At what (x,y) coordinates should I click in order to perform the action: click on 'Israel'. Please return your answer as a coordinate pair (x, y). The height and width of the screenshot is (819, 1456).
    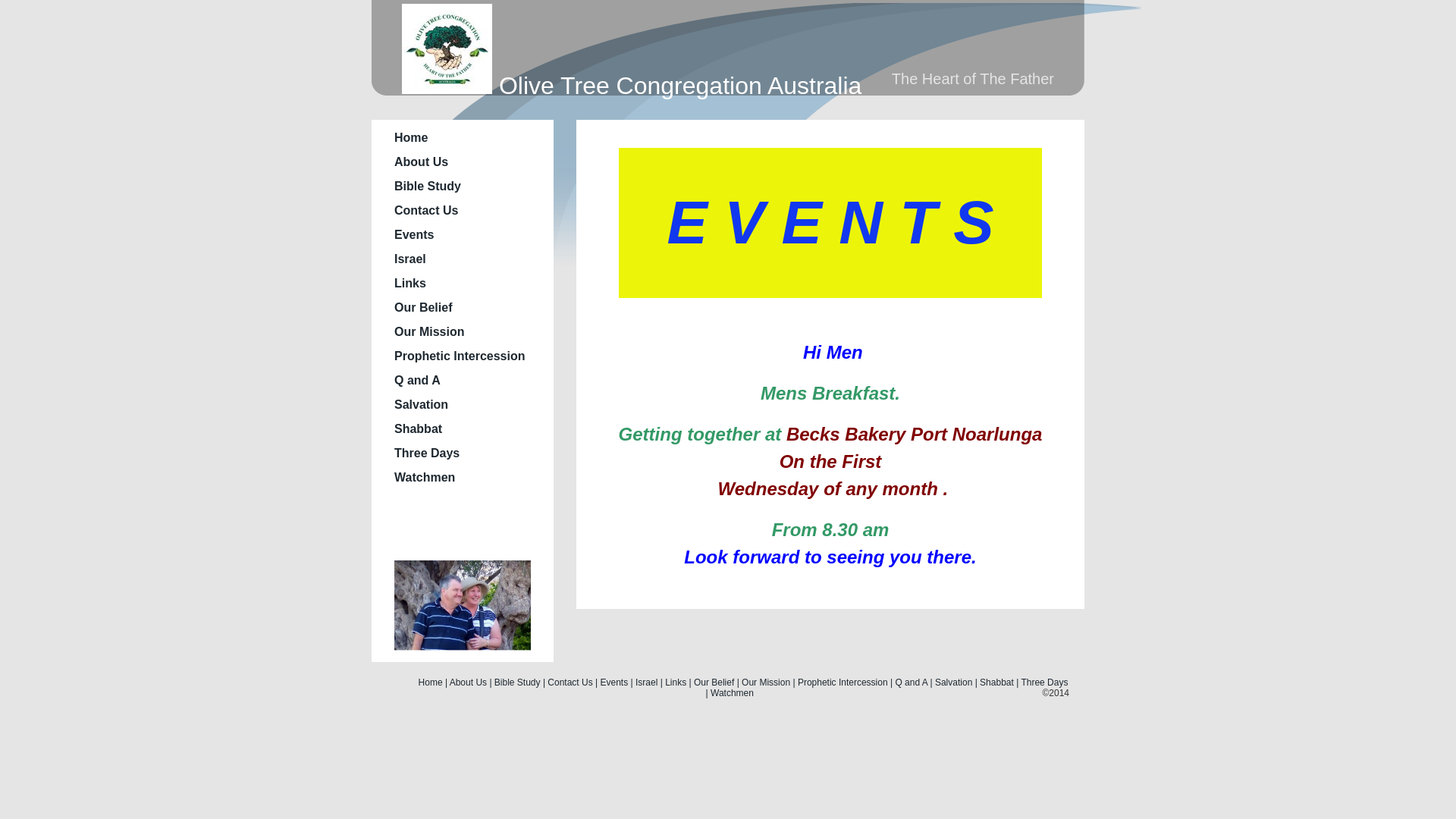
    Looking at the image, I should click on (410, 258).